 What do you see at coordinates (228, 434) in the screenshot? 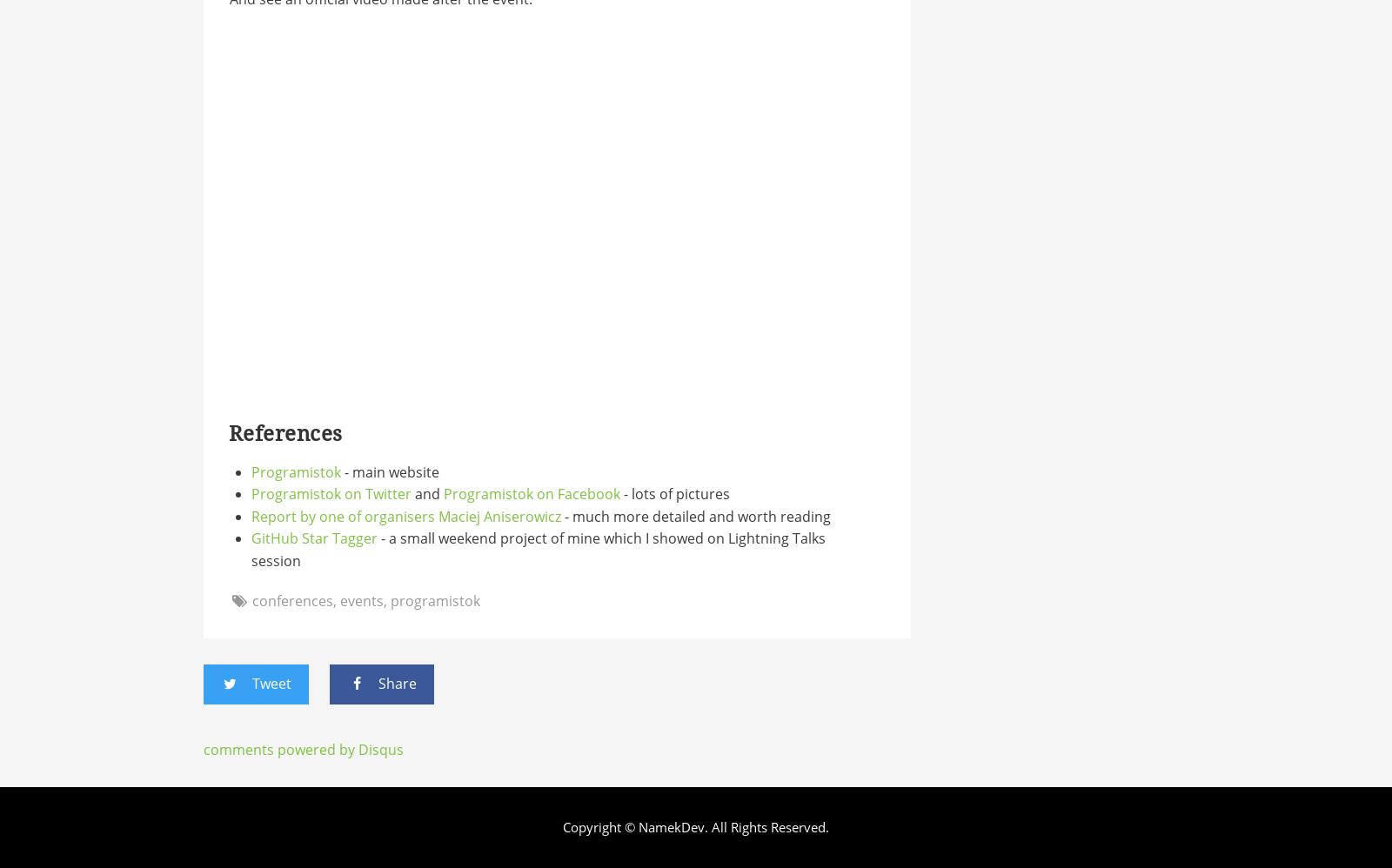
I see `'References'` at bounding box center [228, 434].